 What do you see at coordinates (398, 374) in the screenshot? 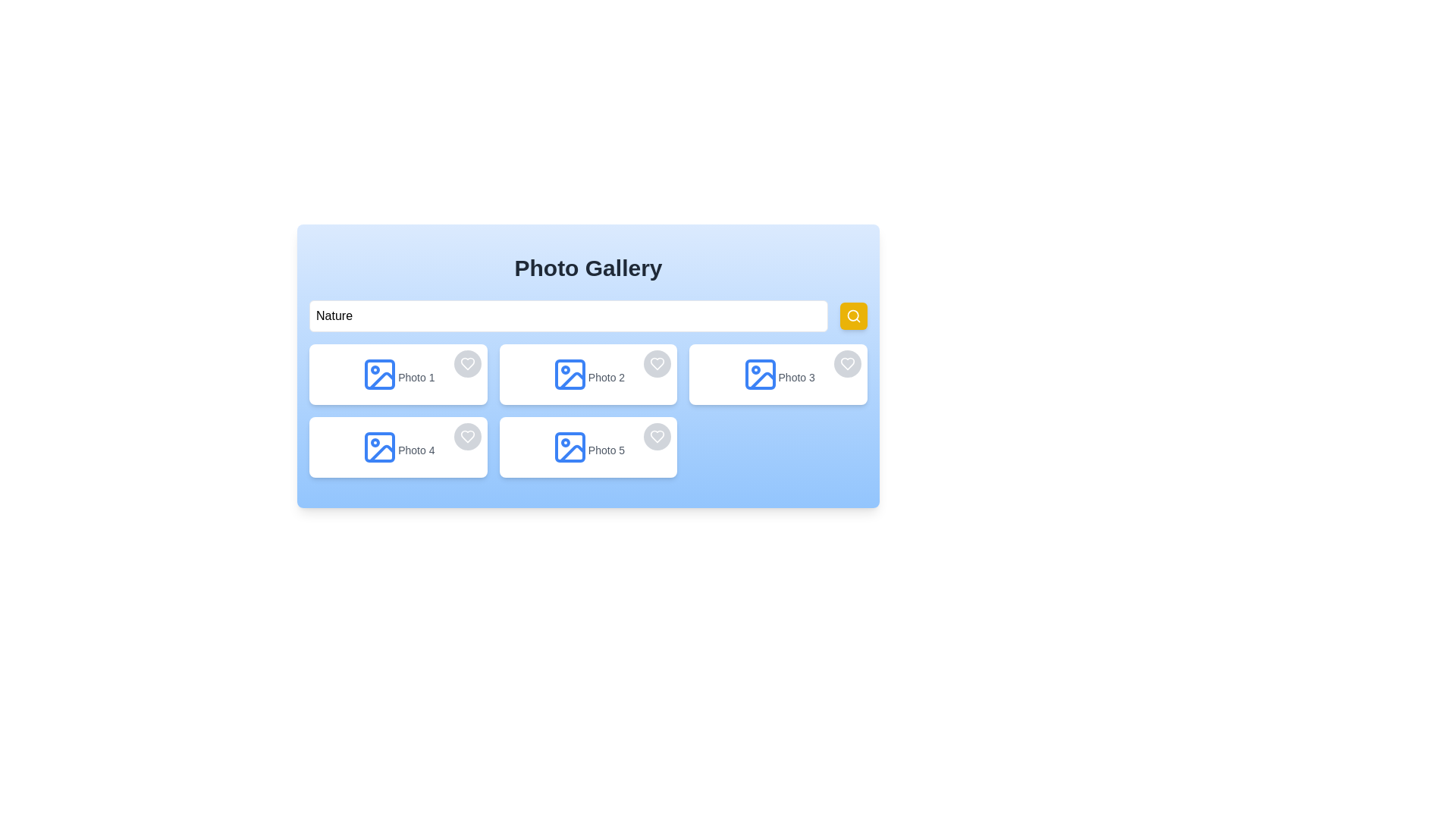
I see `the photo card titled 'Photo 1' located in the first row and first column of the photo gallery grid` at bounding box center [398, 374].